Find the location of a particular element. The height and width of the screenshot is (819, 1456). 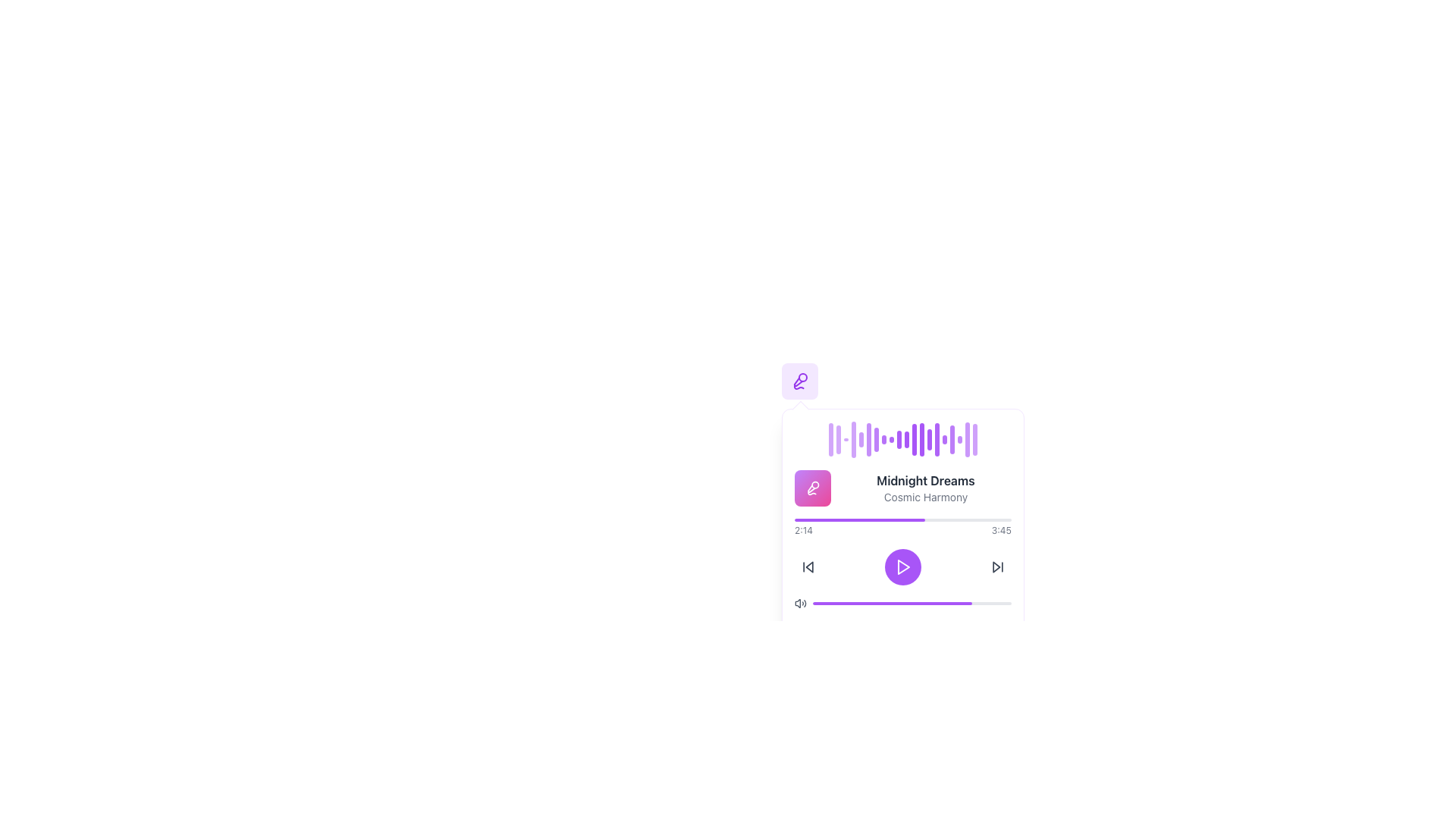

the static animated visual bar that visually represents a part of an animated waveform, positioned centrally above the text 'Midnight Dreams' is located at coordinates (952, 439).